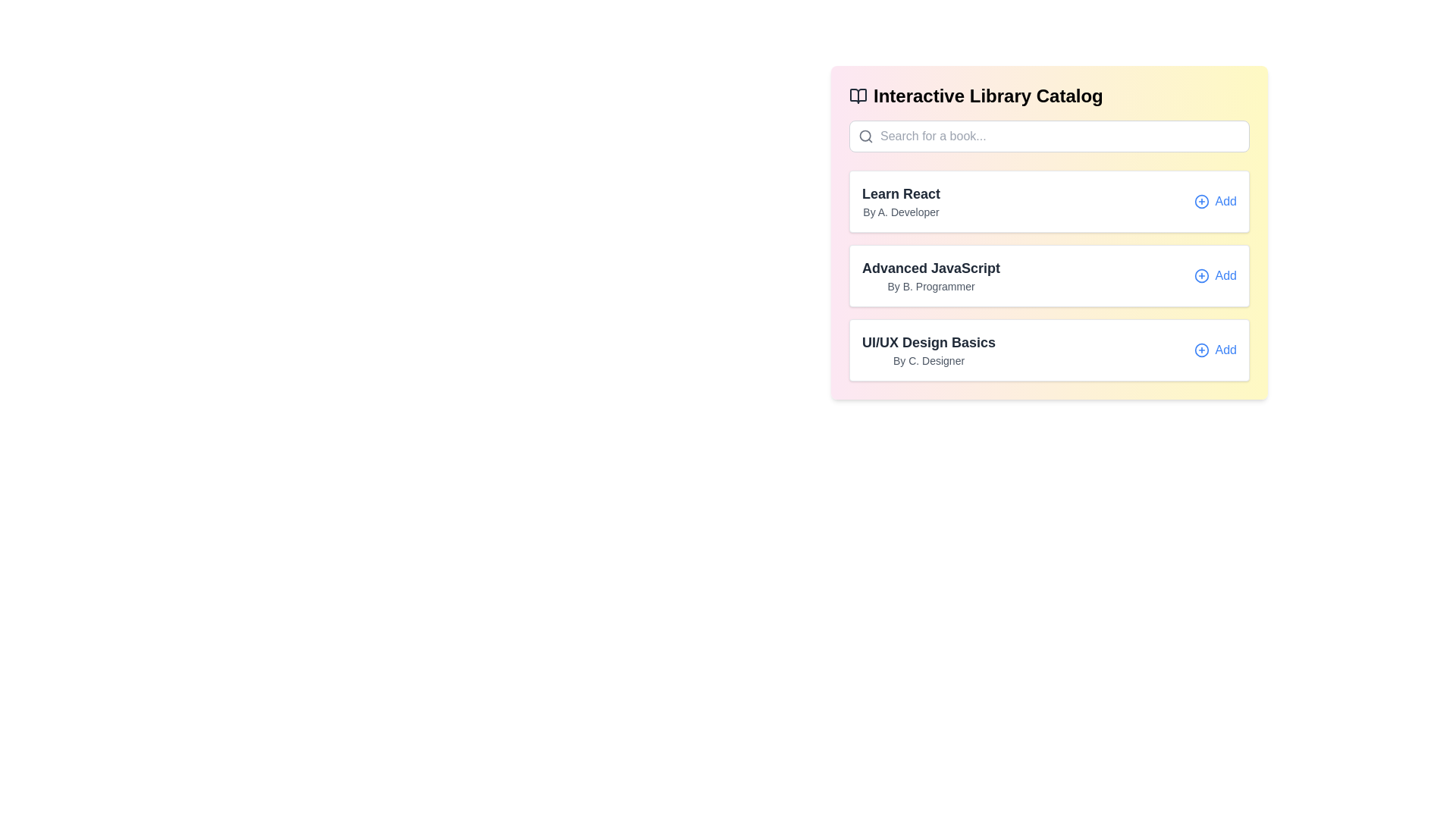  What do you see at coordinates (865, 135) in the screenshot?
I see `the central filled circle of the magnifying glass icon located to the left of the 'Search for a book...' input field` at bounding box center [865, 135].